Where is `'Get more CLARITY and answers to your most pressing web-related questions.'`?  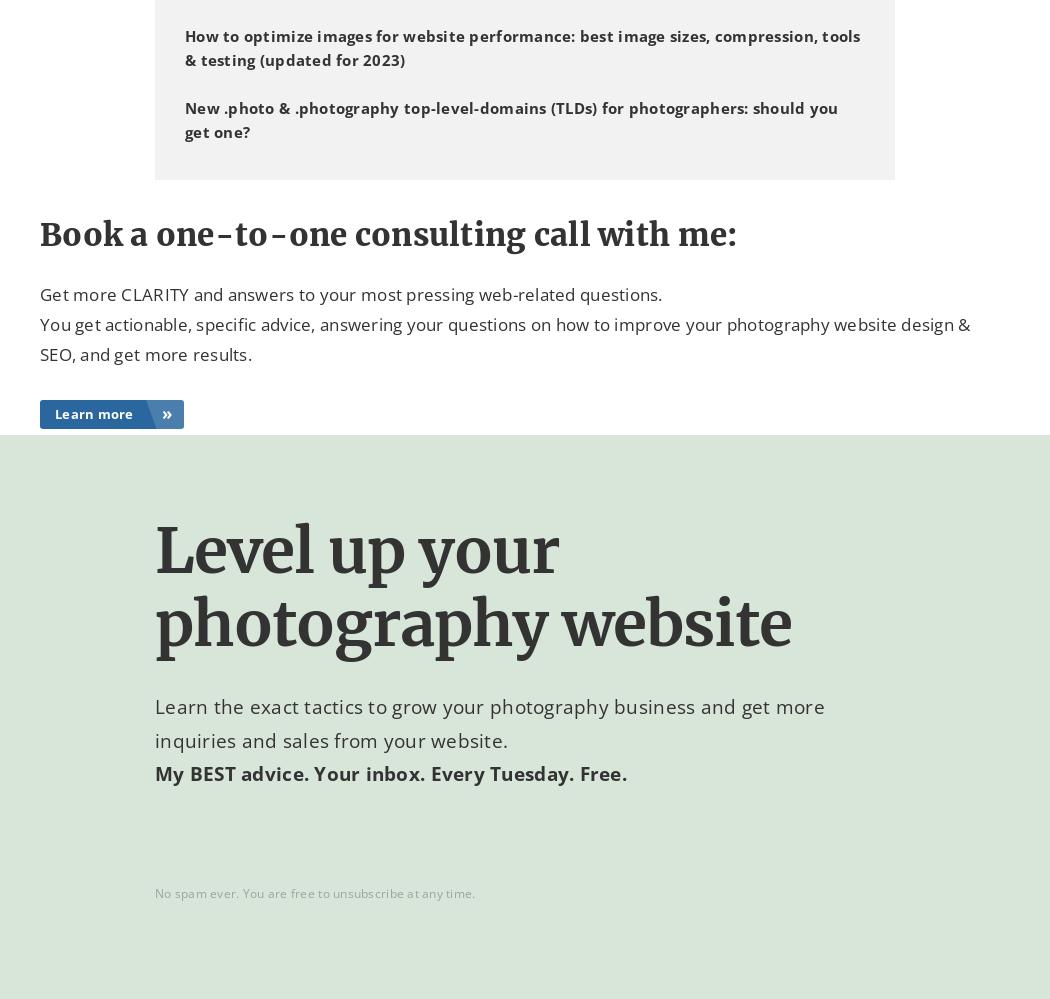 'Get more CLARITY and answers to your most pressing web-related questions.' is located at coordinates (350, 292).